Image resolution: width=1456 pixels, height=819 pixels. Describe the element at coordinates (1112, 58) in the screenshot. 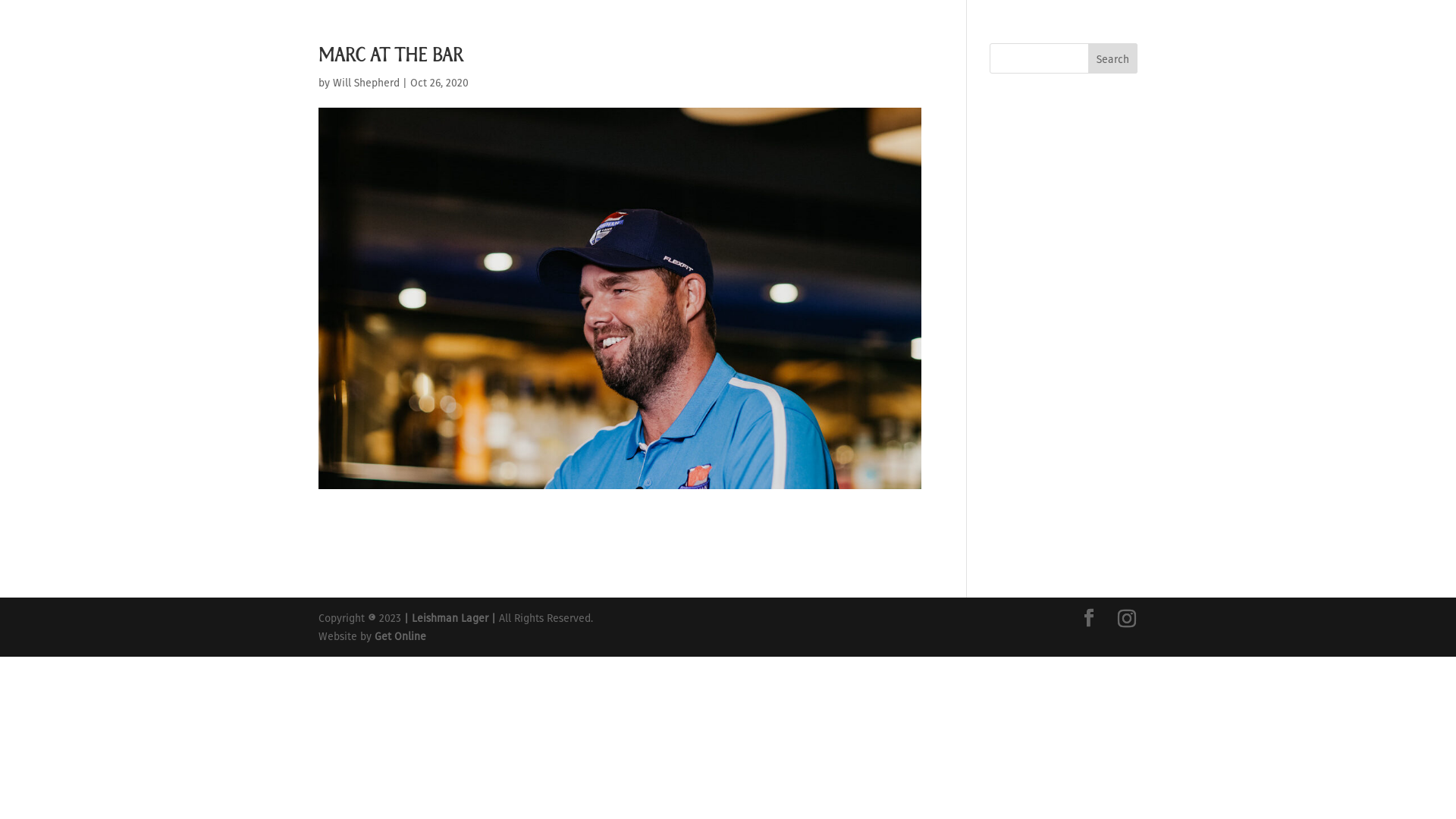

I see `'Search'` at that location.